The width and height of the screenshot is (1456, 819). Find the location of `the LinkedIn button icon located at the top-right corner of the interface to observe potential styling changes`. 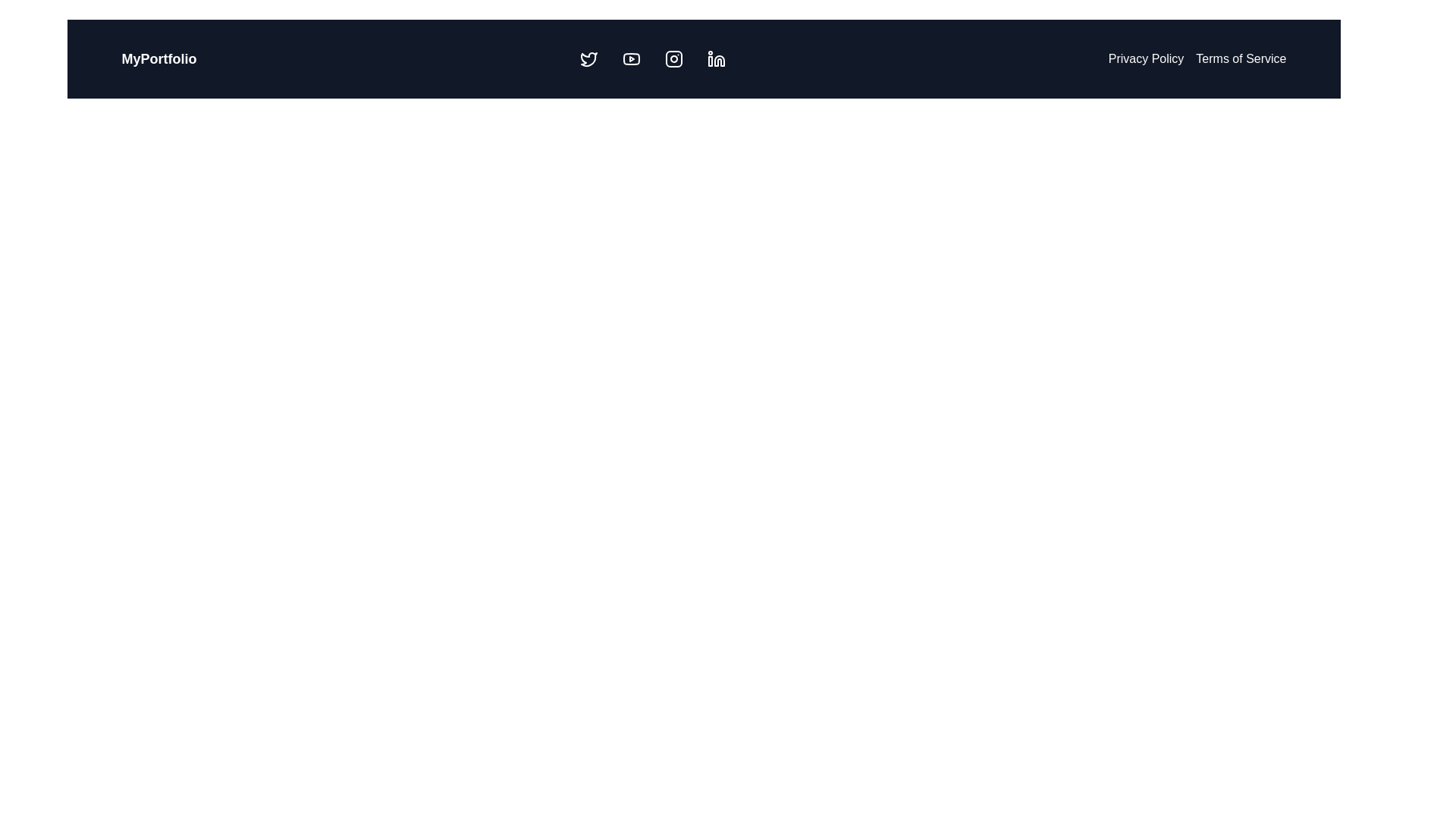

the LinkedIn button icon located at the top-right corner of the interface to observe potential styling changes is located at coordinates (715, 58).